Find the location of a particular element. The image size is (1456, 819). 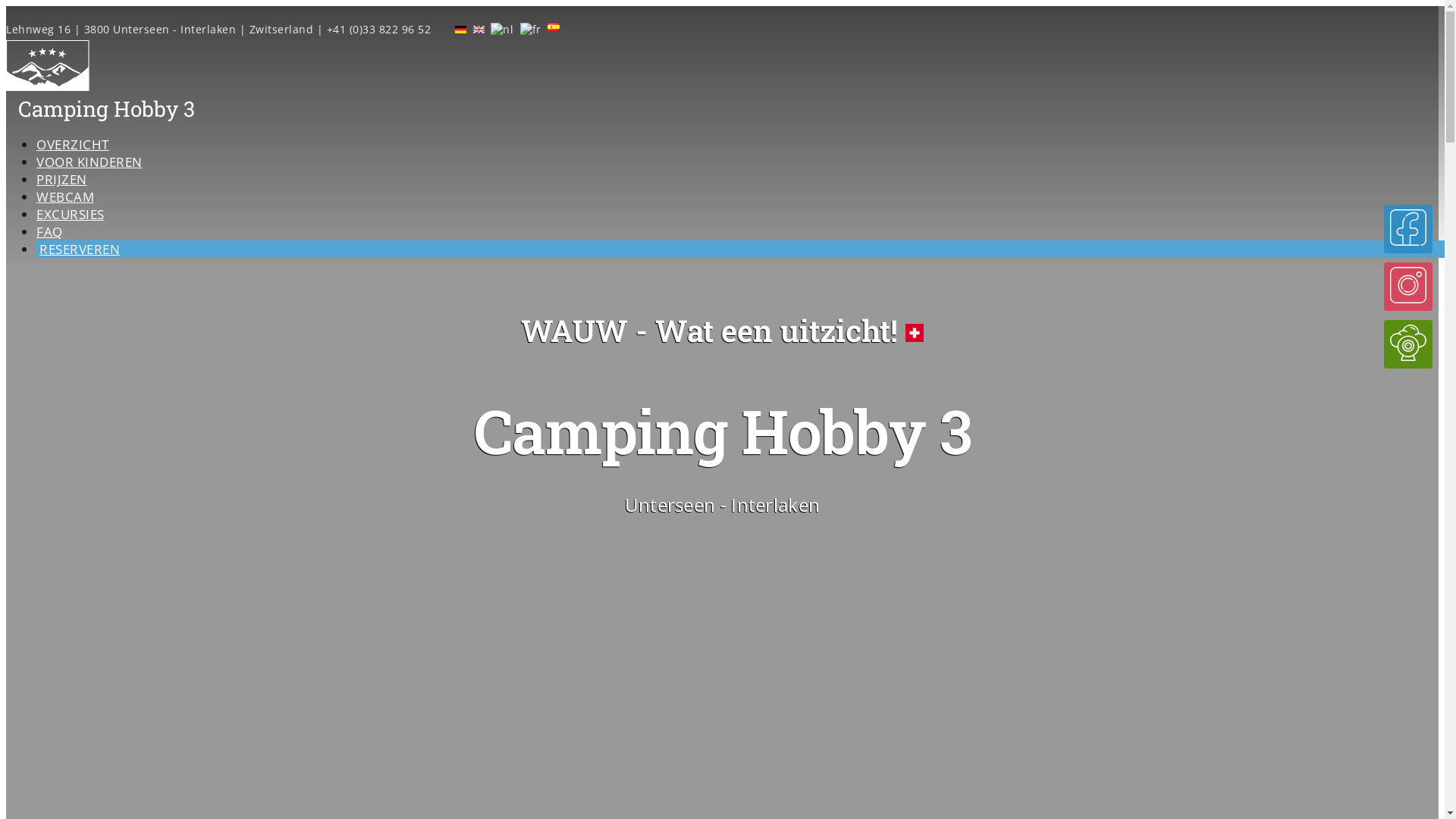

'VOOR KINDEREN' is located at coordinates (89, 162).